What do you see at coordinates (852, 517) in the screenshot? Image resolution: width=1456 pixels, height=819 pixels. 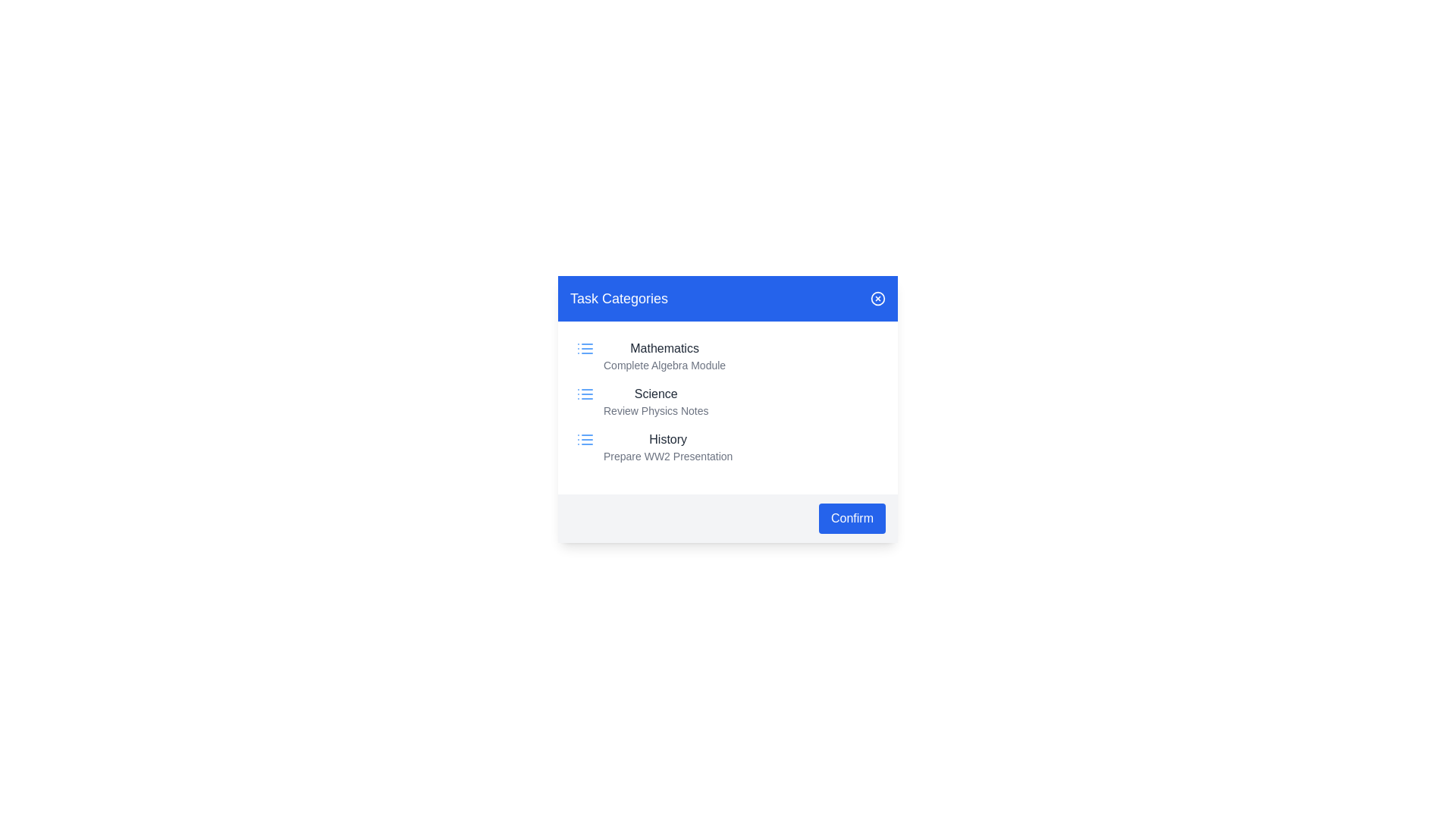 I see `'Confirm' button to confirm the action` at bounding box center [852, 517].